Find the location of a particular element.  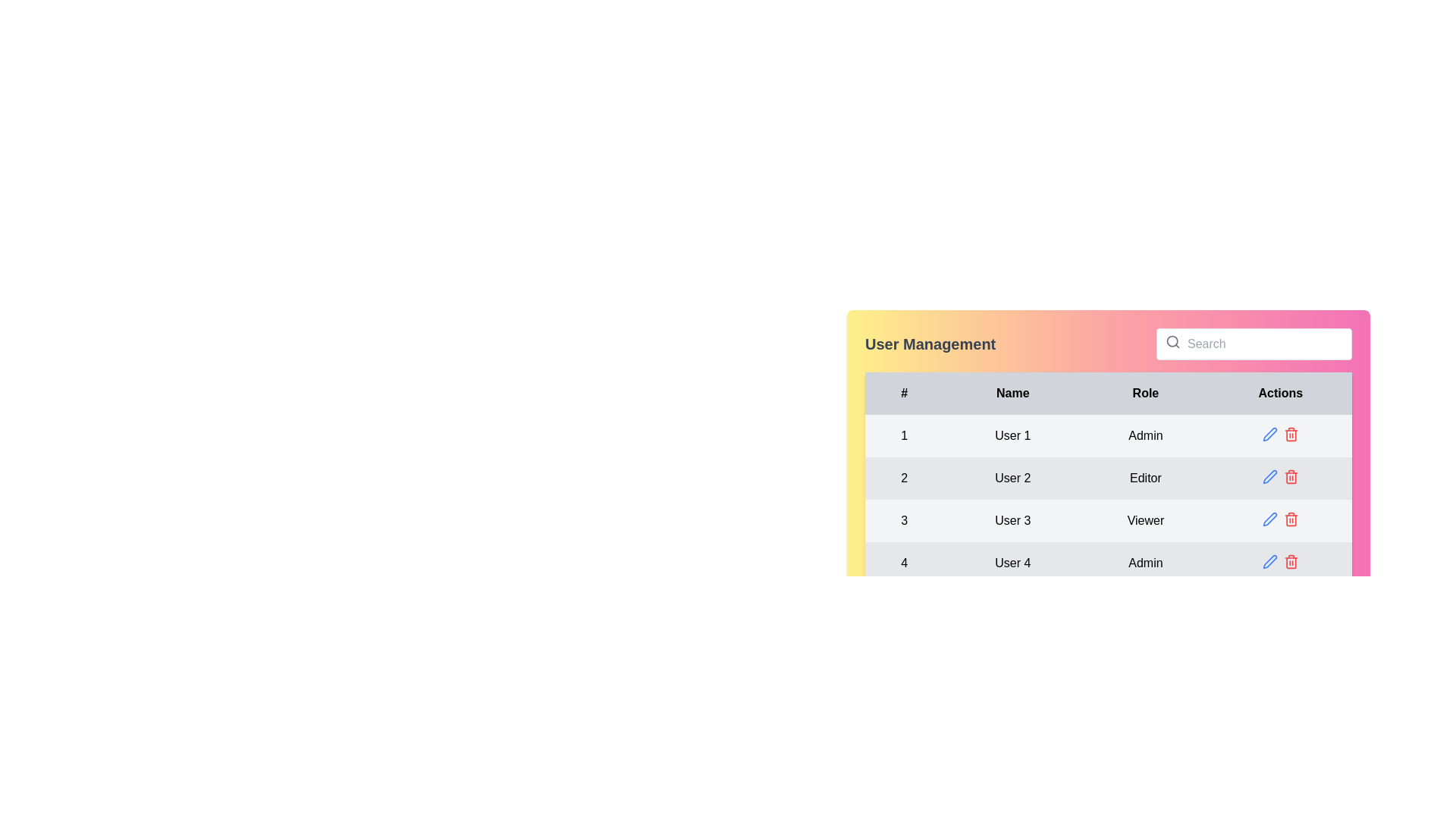

the red trash bin icon in the actions column of the table, located in the fourth row for 'User 4' is located at coordinates (1279, 561).